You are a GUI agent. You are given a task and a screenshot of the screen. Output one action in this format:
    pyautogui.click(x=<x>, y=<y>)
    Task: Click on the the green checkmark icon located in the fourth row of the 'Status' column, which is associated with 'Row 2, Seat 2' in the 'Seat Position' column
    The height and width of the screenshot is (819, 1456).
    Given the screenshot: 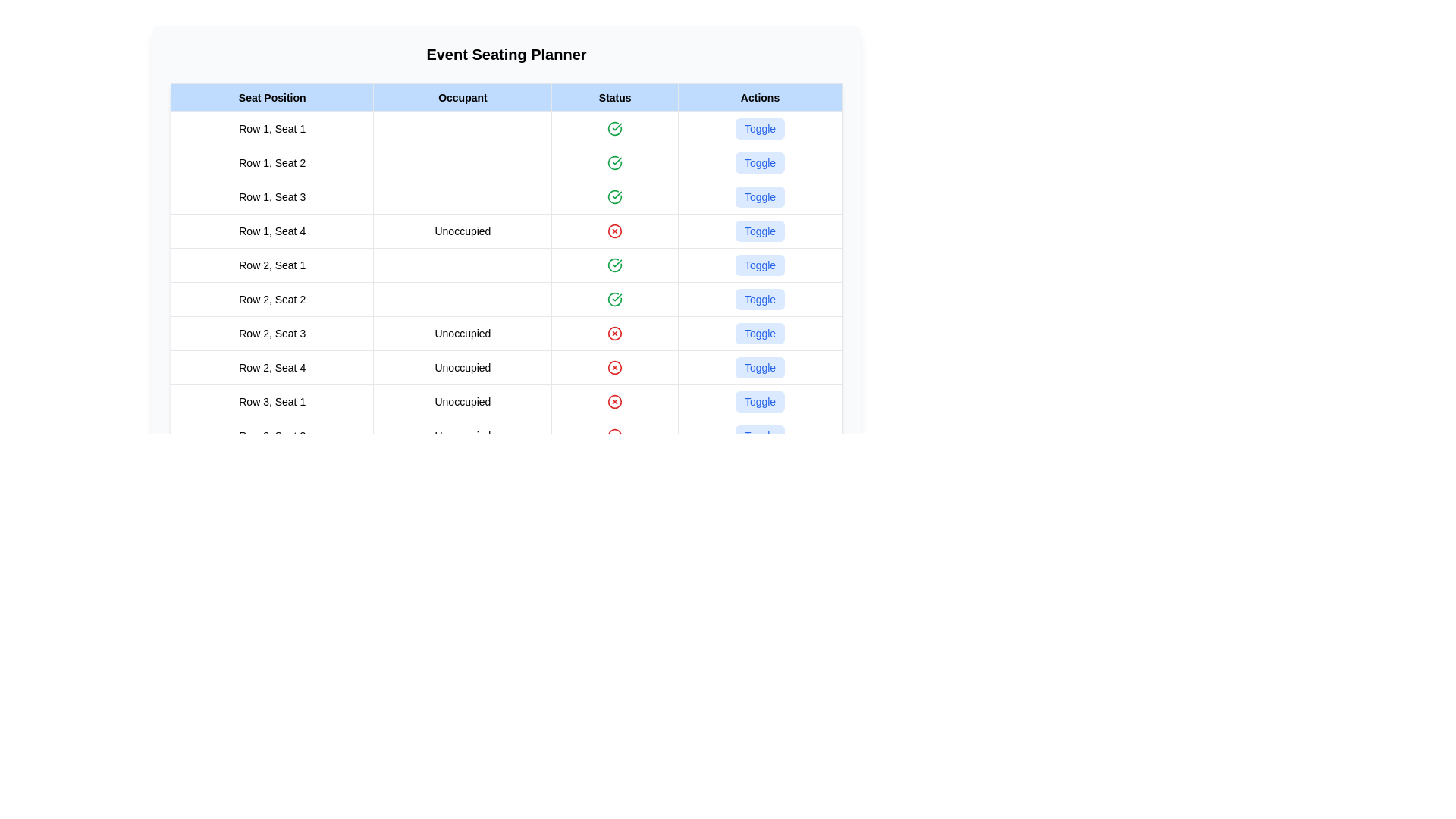 What is the action you would take?
    pyautogui.click(x=615, y=299)
    